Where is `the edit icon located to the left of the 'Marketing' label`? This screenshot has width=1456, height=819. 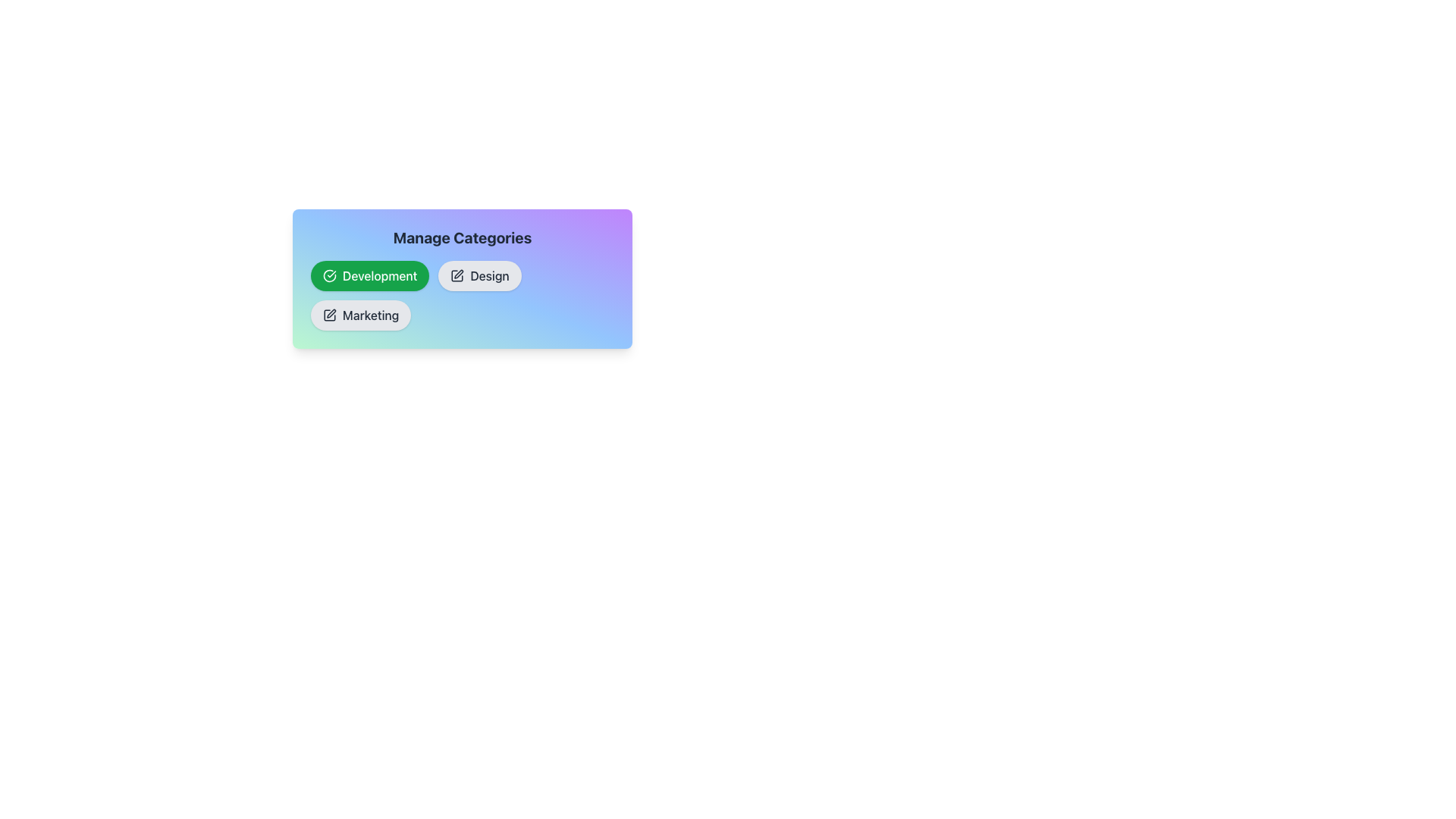 the edit icon located to the left of the 'Marketing' label is located at coordinates (329, 315).